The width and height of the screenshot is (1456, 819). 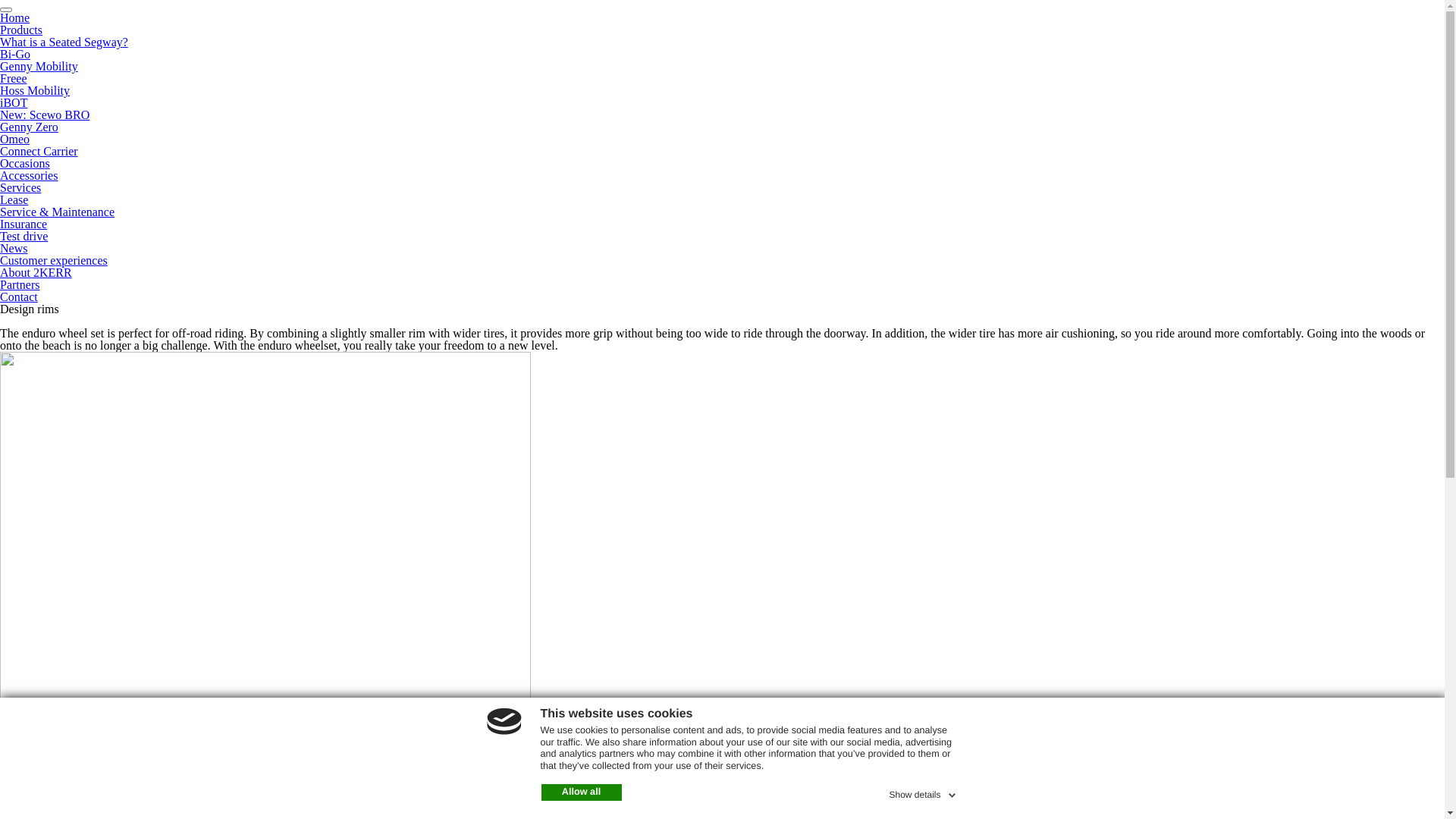 I want to click on 'Partners', so click(x=19, y=284).